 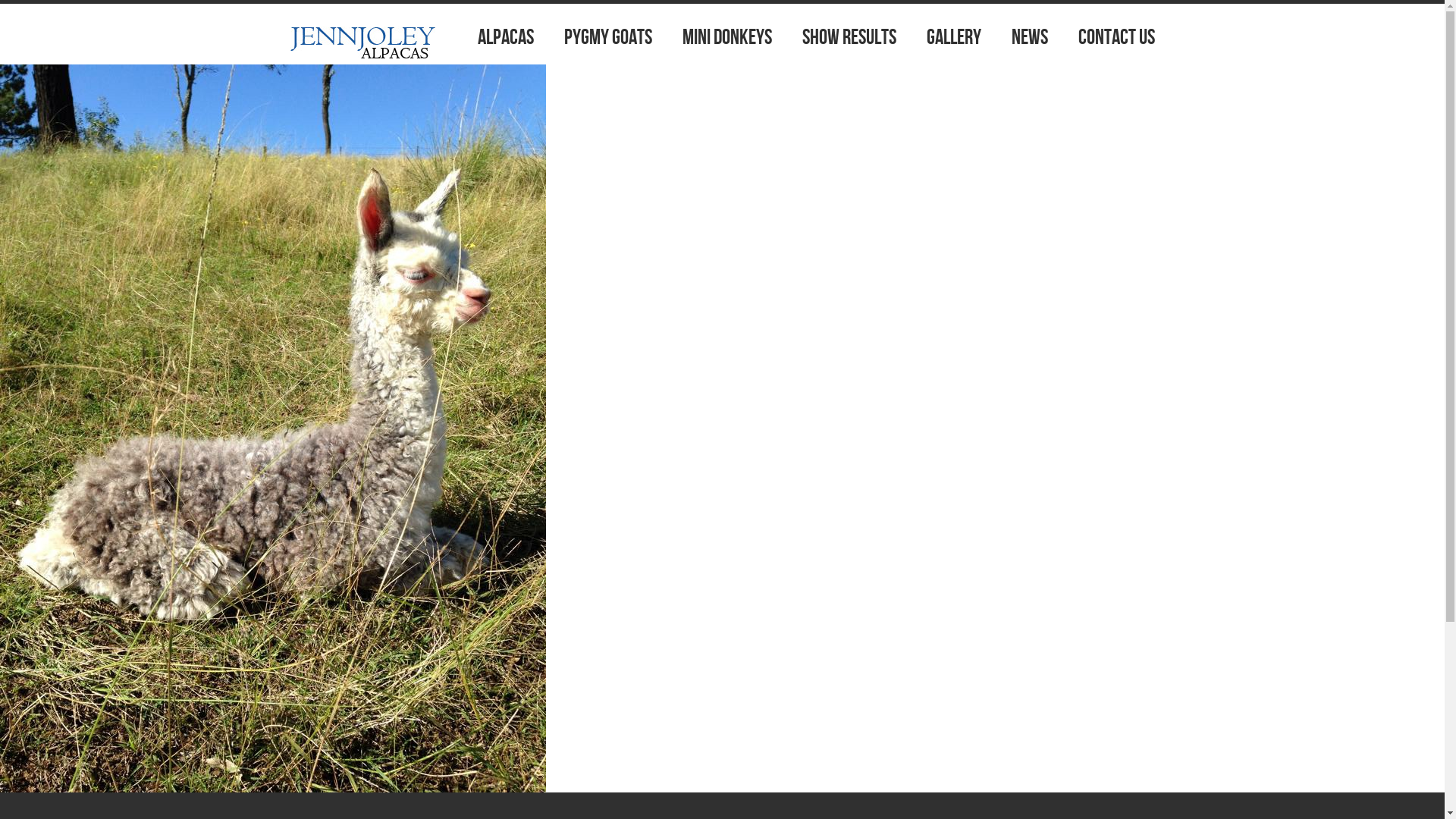 What do you see at coordinates (726, 37) in the screenshot?
I see `'MINI DONKEYS'` at bounding box center [726, 37].